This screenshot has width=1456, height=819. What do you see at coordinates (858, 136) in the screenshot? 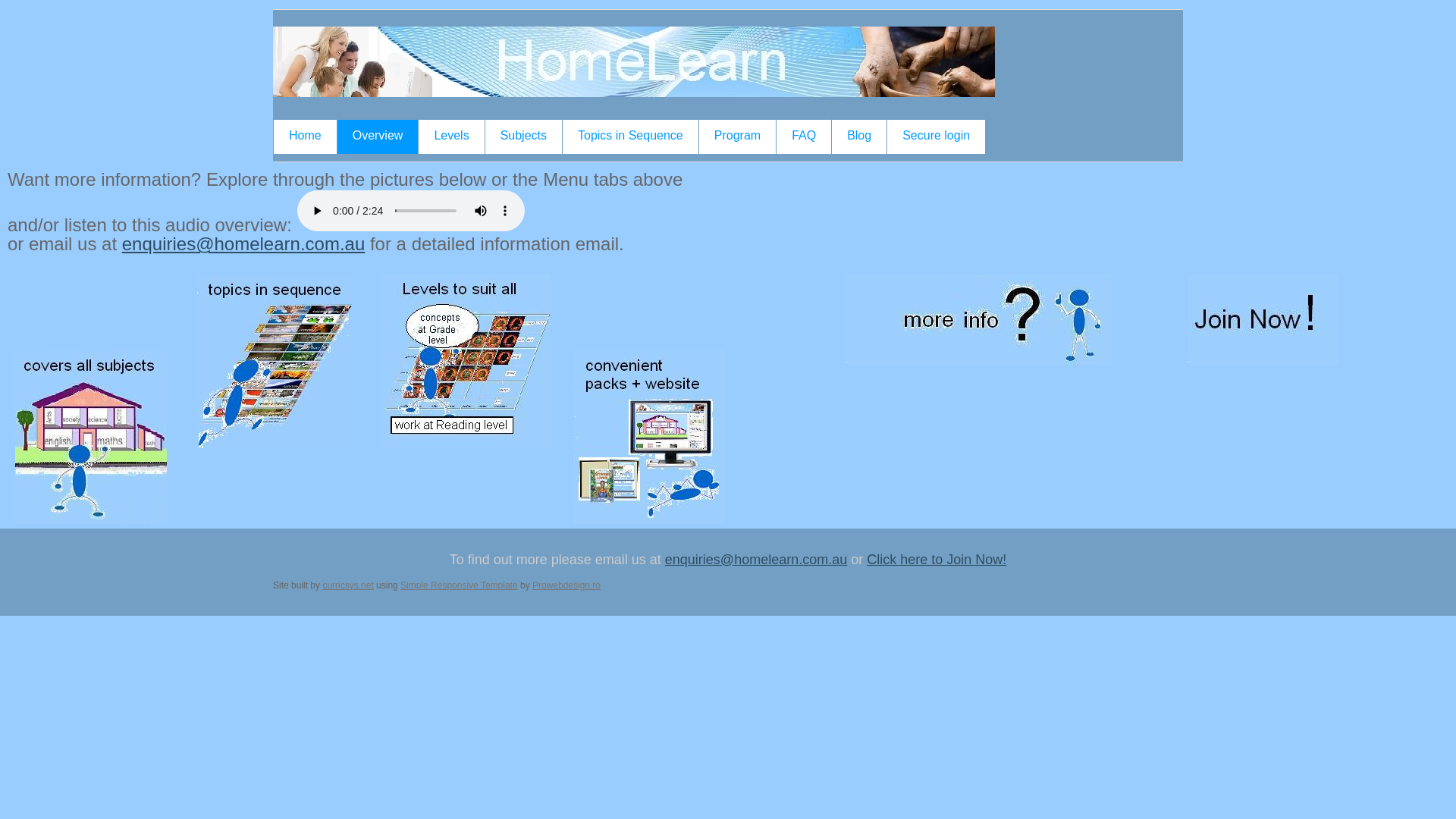
I see `'Blog'` at bounding box center [858, 136].